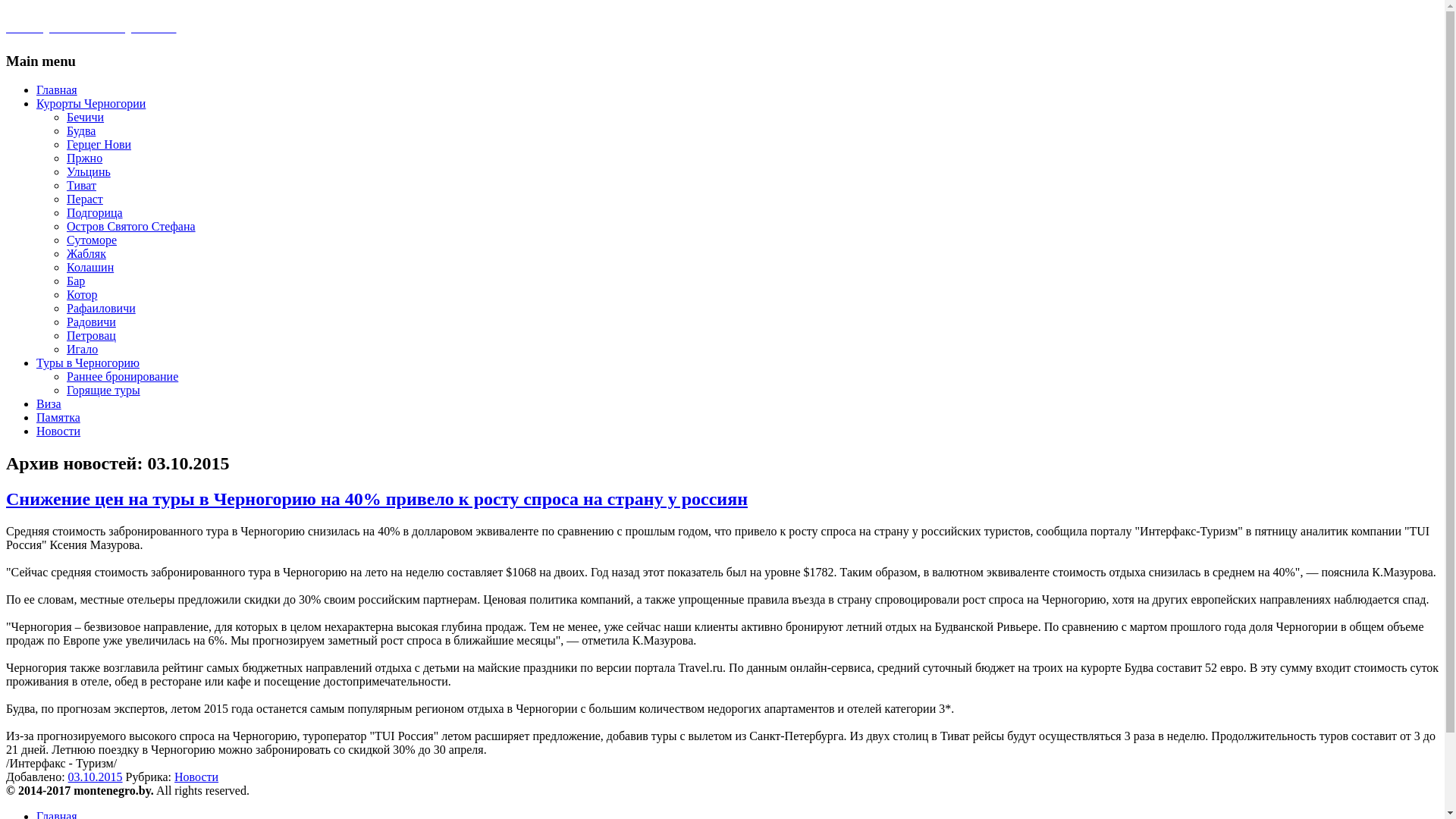 The image size is (1456, 819). What do you see at coordinates (94, 777) in the screenshot?
I see `'03.10.2015'` at bounding box center [94, 777].